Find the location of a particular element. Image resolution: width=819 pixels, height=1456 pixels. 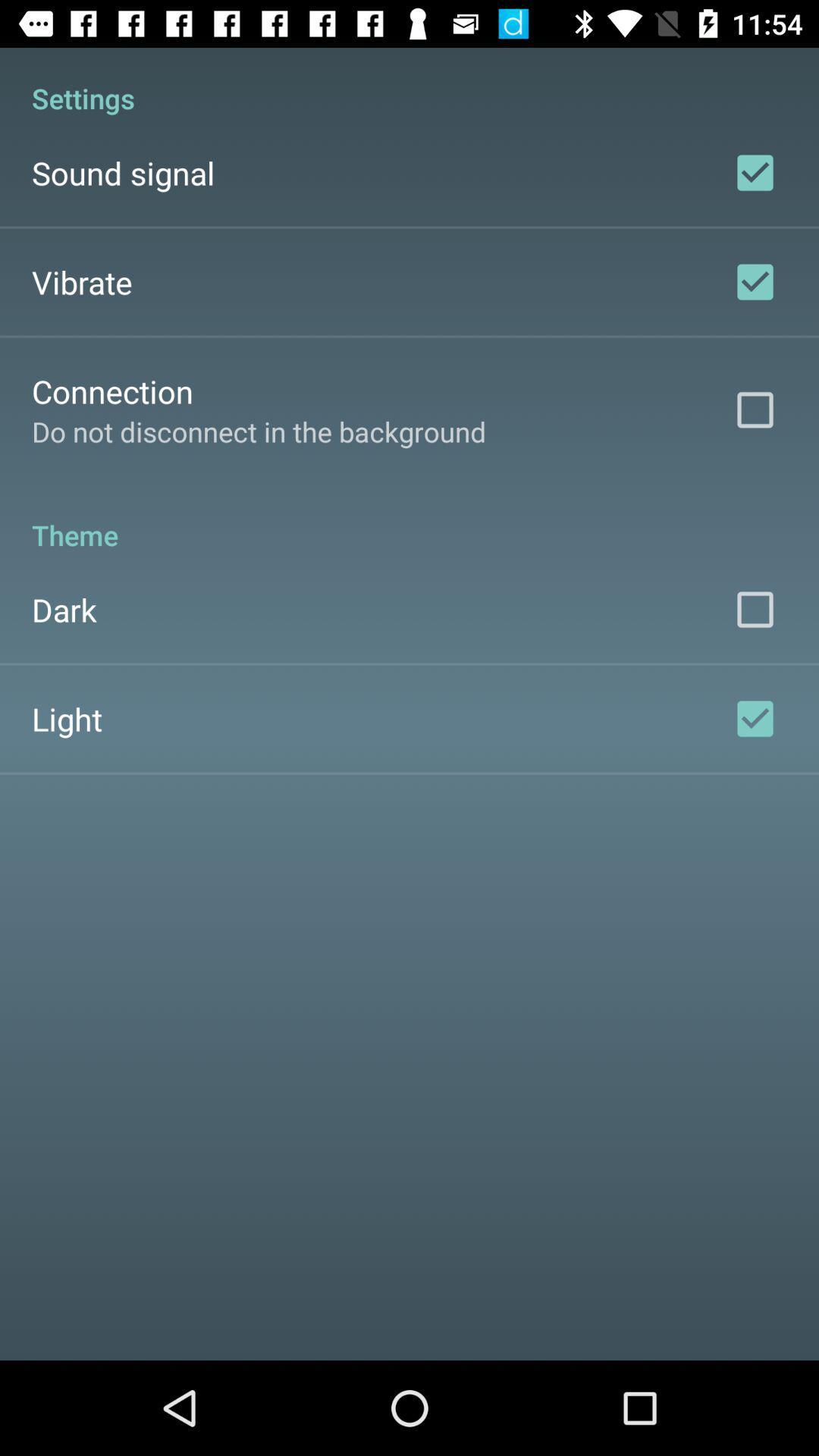

theme app is located at coordinates (409, 519).